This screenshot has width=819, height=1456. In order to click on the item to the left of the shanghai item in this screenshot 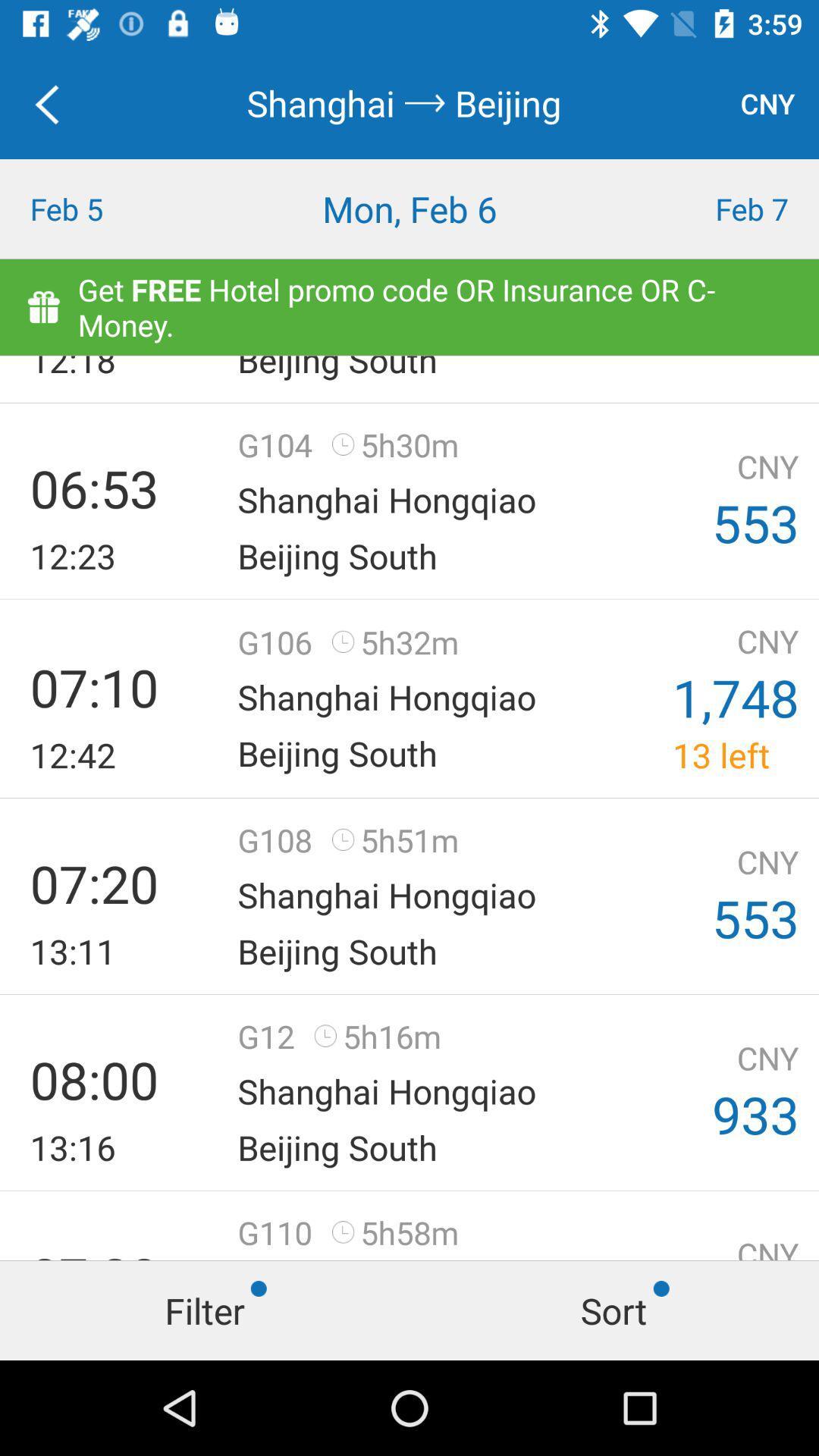, I will do `click(55, 102)`.